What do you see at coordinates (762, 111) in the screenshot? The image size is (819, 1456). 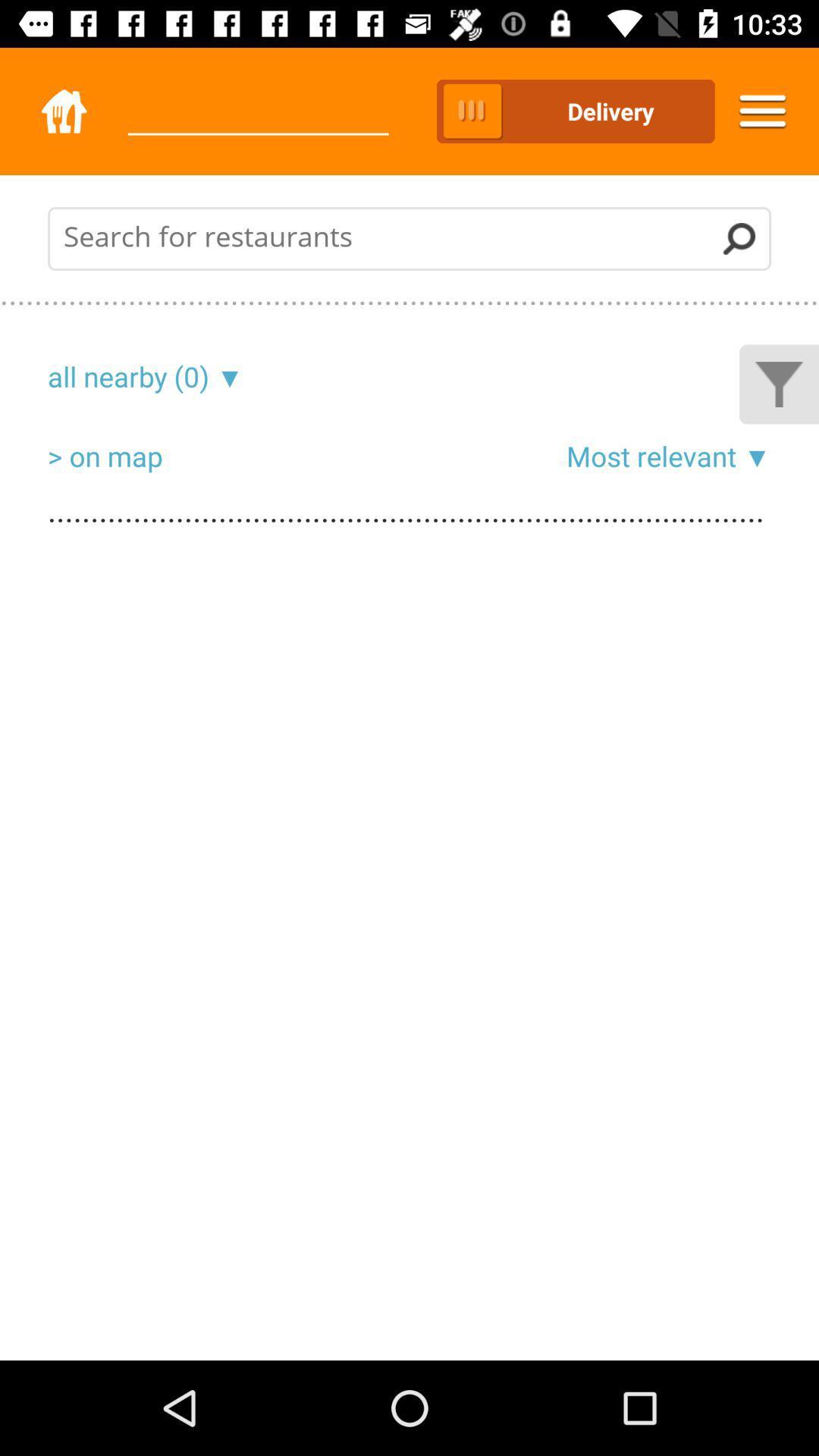 I see `the menu icon` at bounding box center [762, 111].